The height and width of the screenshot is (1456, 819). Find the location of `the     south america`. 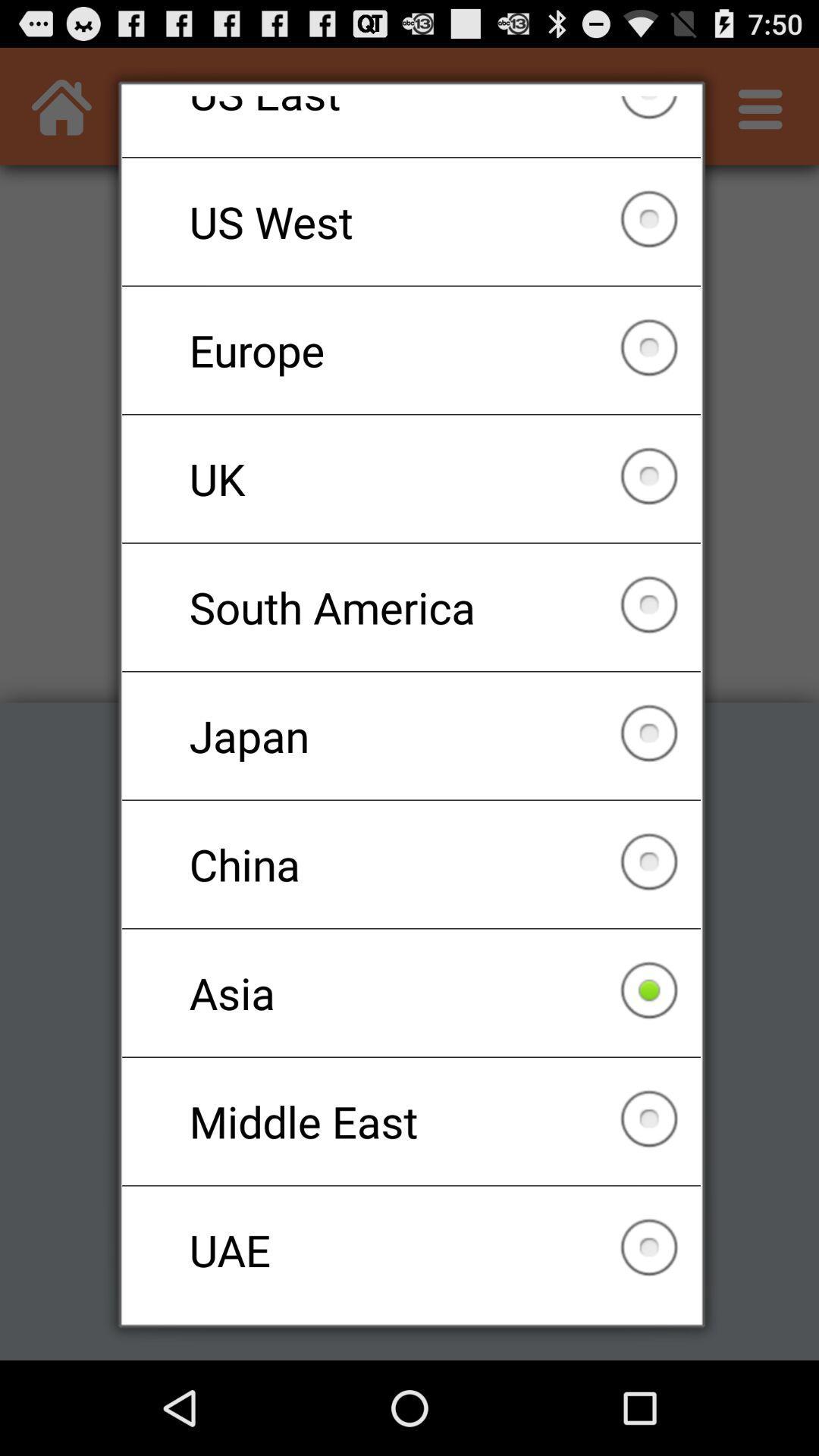

the     south america is located at coordinates (411, 607).